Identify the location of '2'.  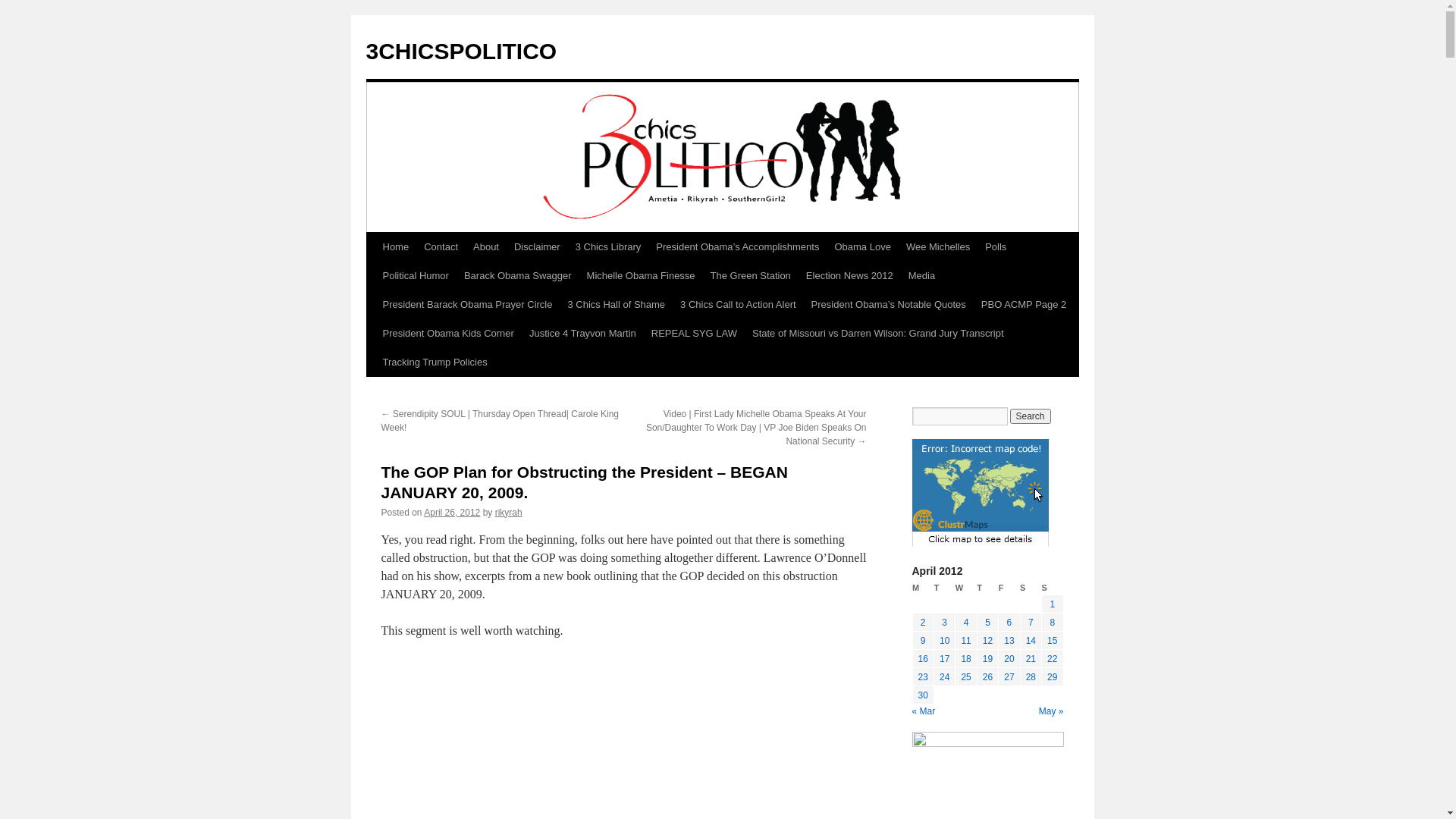
(922, 623).